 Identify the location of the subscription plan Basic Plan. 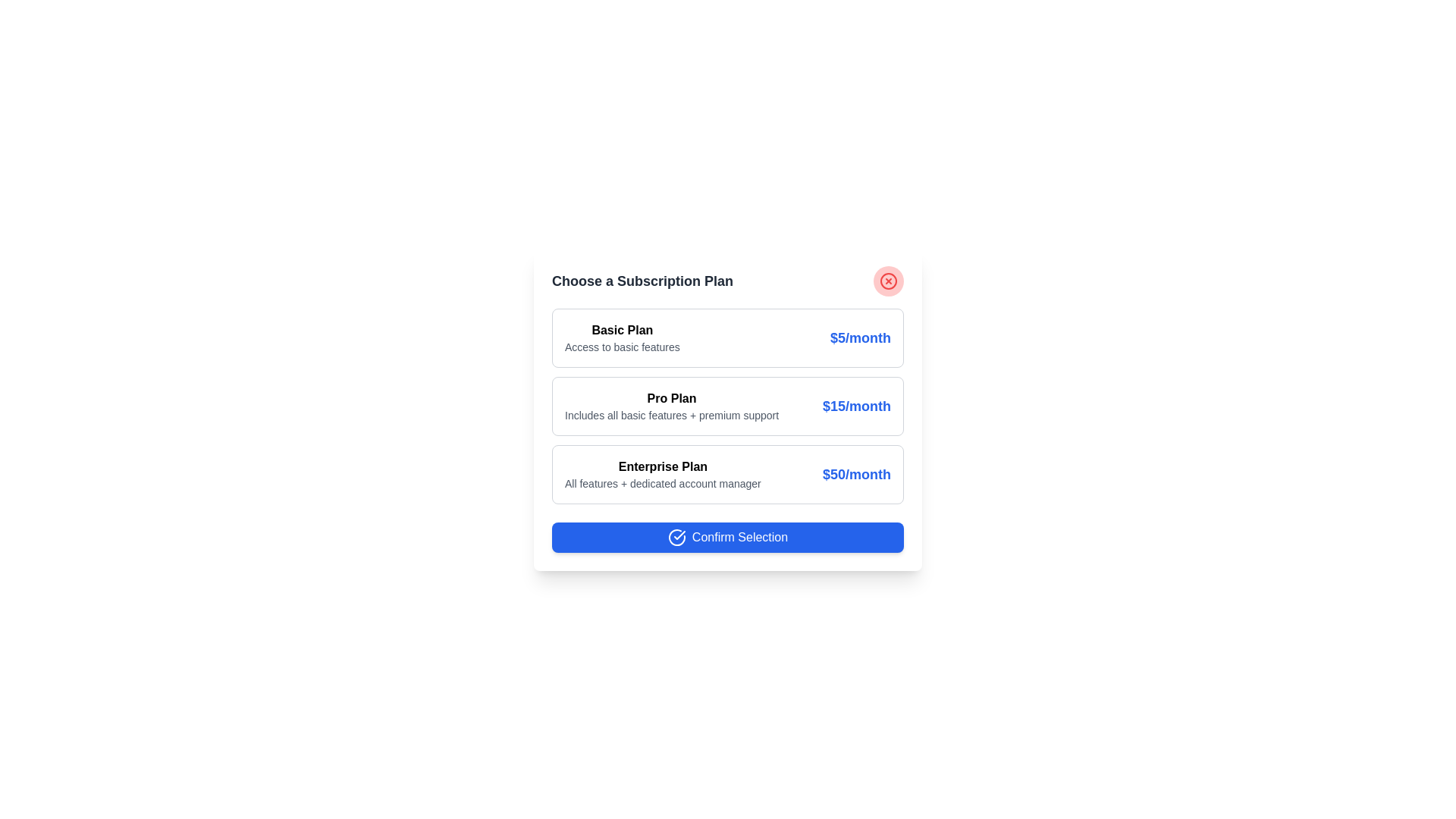
(728, 337).